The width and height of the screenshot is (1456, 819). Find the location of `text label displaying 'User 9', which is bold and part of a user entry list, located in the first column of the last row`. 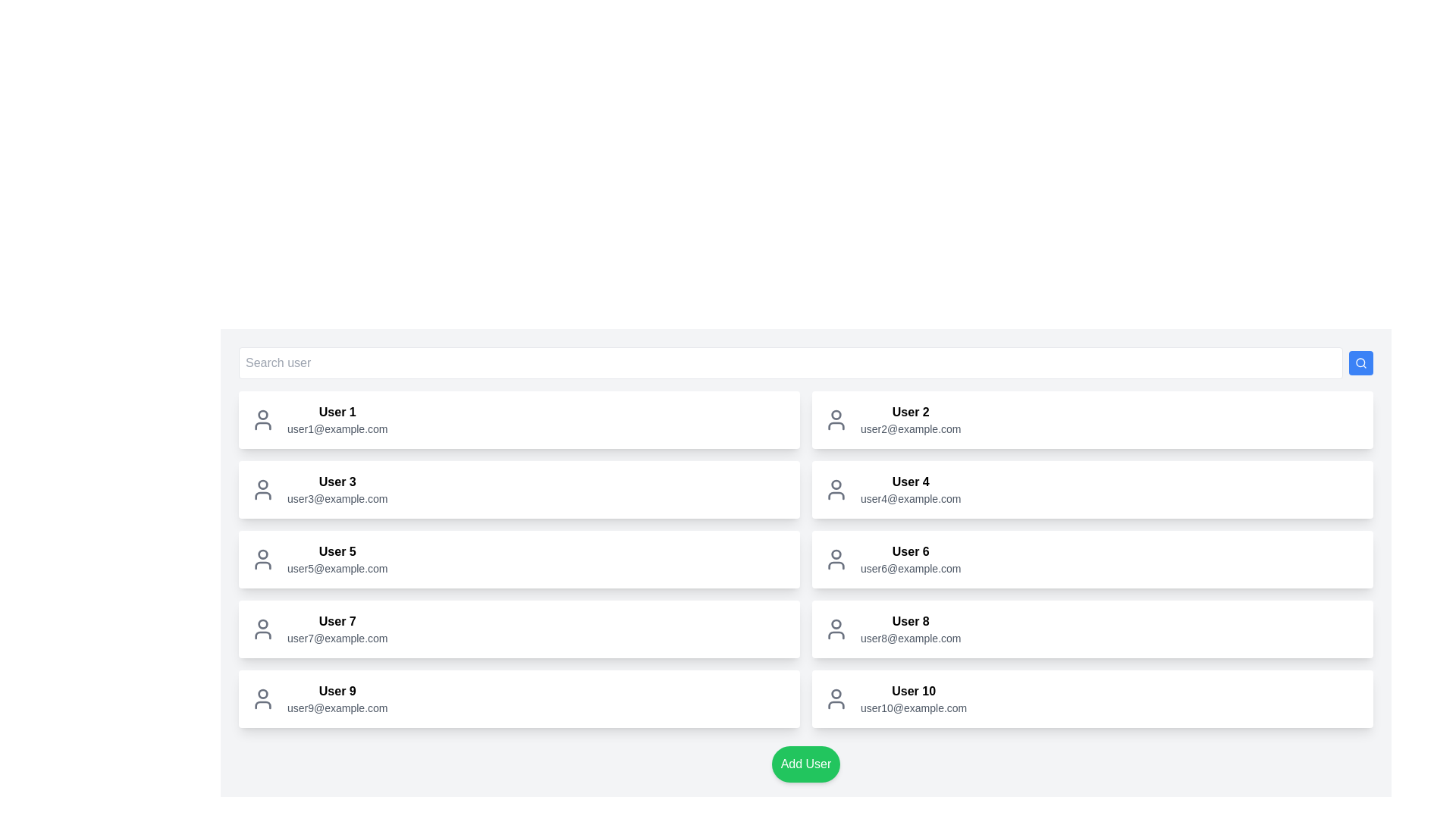

text label displaying 'User 9', which is bold and part of a user entry list, located in the first column of the last row is located at coordinates (337, 691).